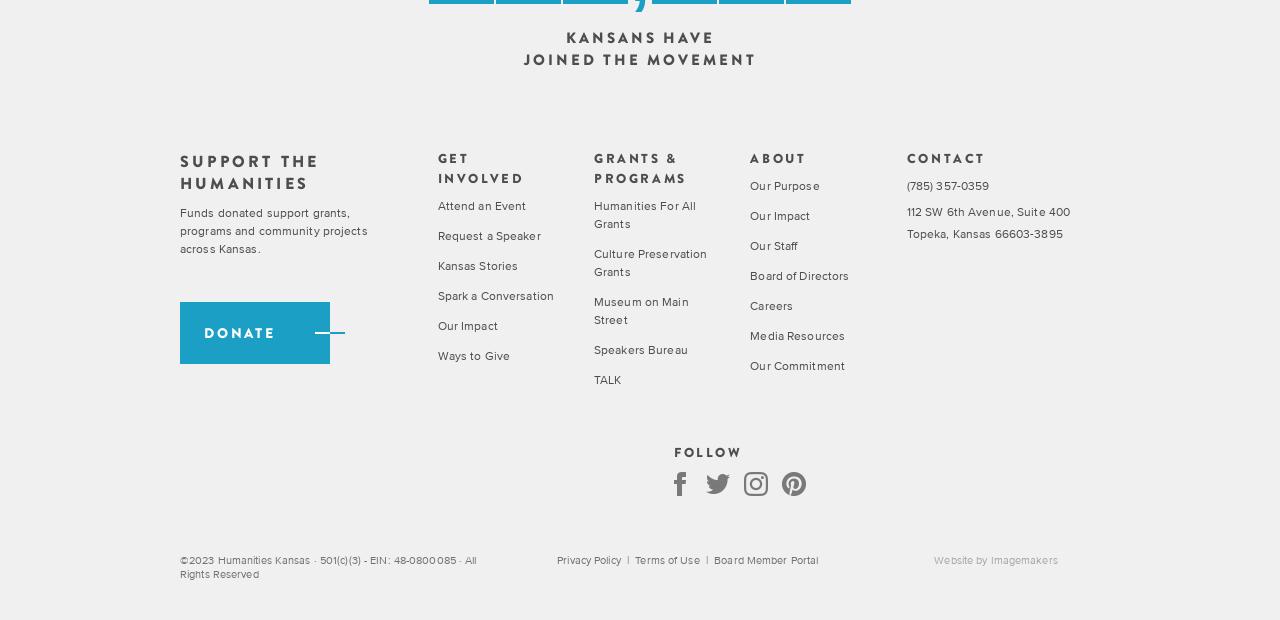 The width and height of the screenshot is (1280, 620). Describe the element at coordinates (638, 166) in the screenshot. I see `'Grants & Programs'` at that location.